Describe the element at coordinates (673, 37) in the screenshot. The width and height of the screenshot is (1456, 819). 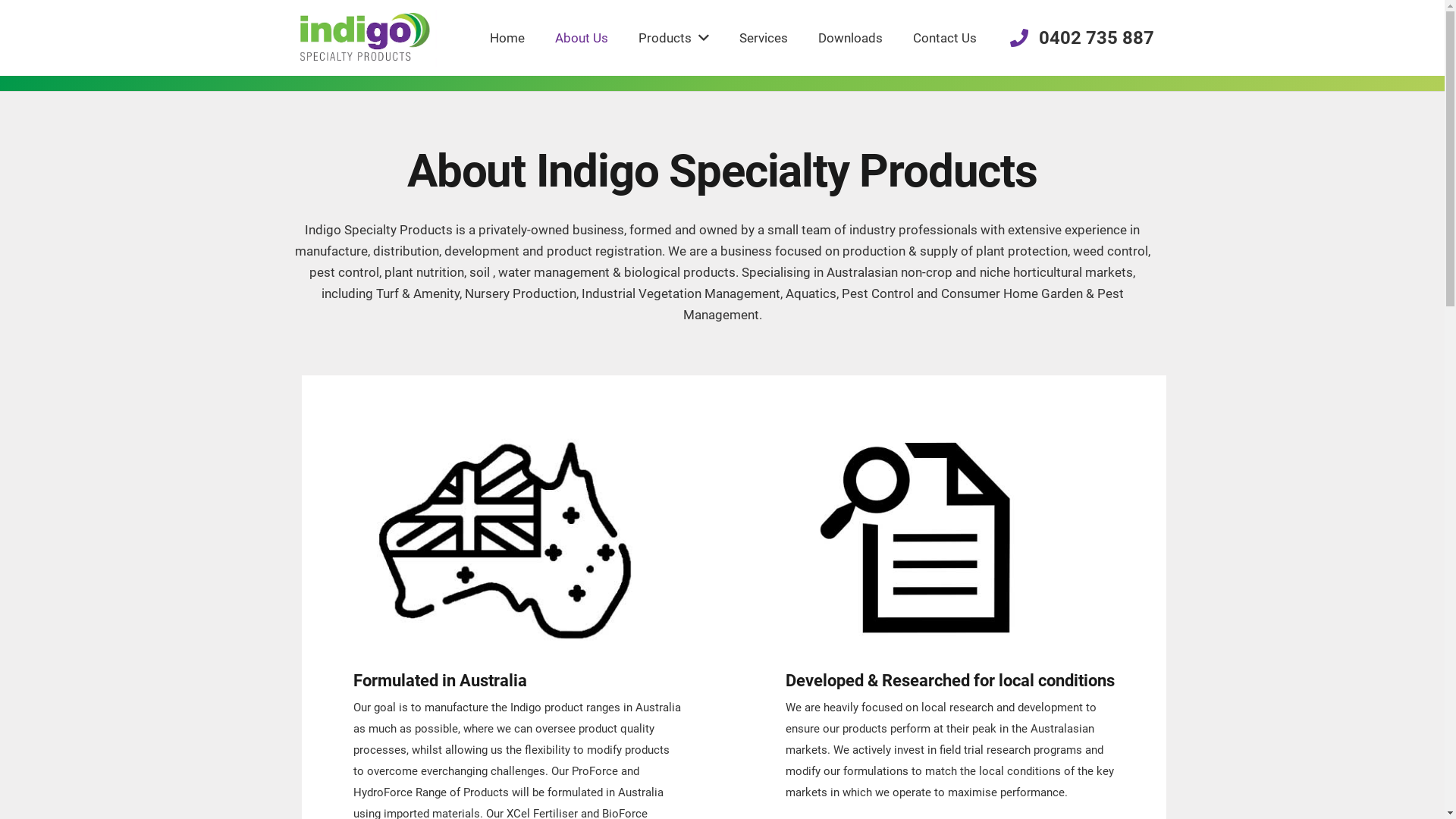
I see `'Products'` at that location.